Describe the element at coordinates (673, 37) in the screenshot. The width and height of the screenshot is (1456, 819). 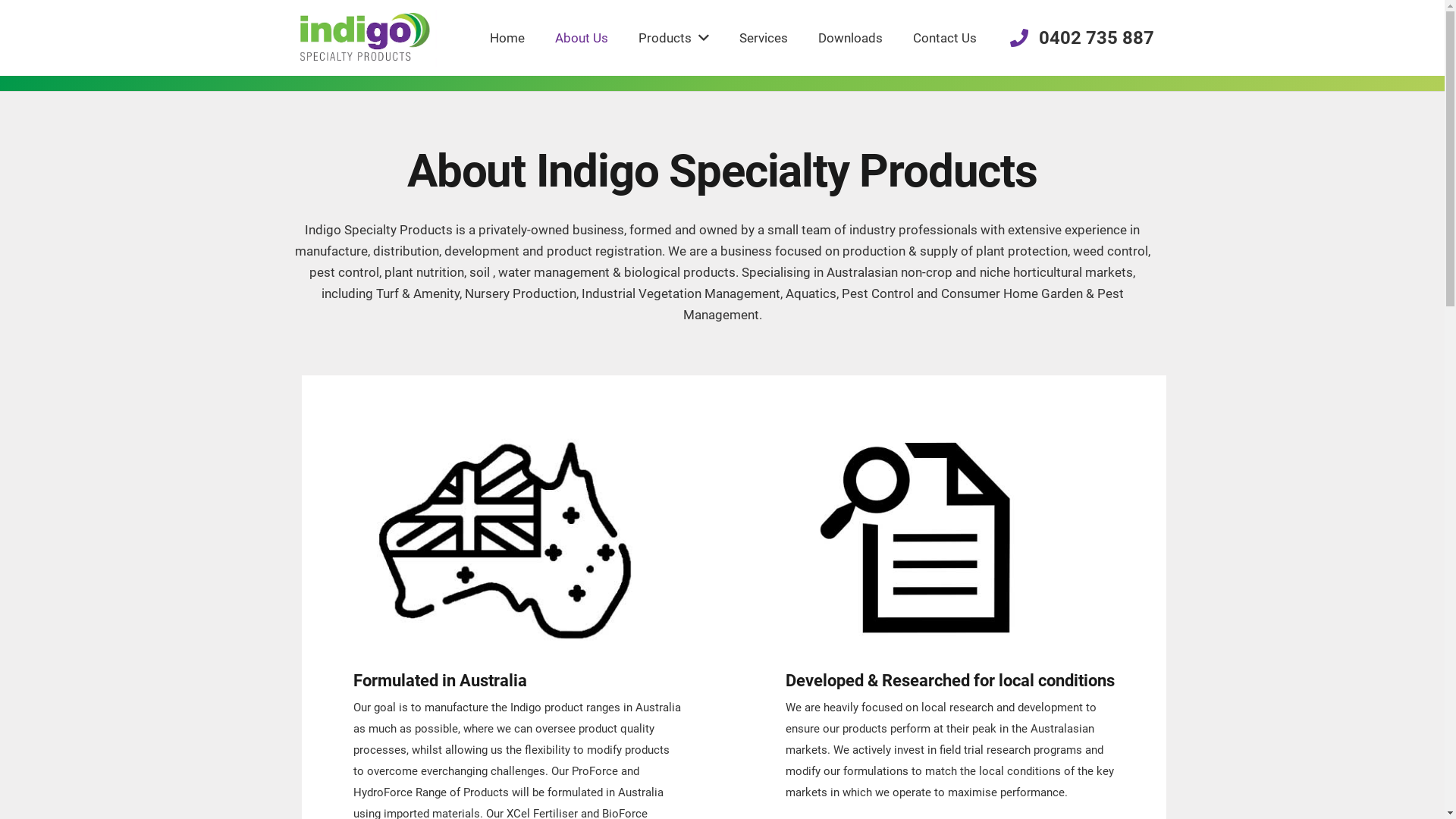
I see `'Products'` at that location.